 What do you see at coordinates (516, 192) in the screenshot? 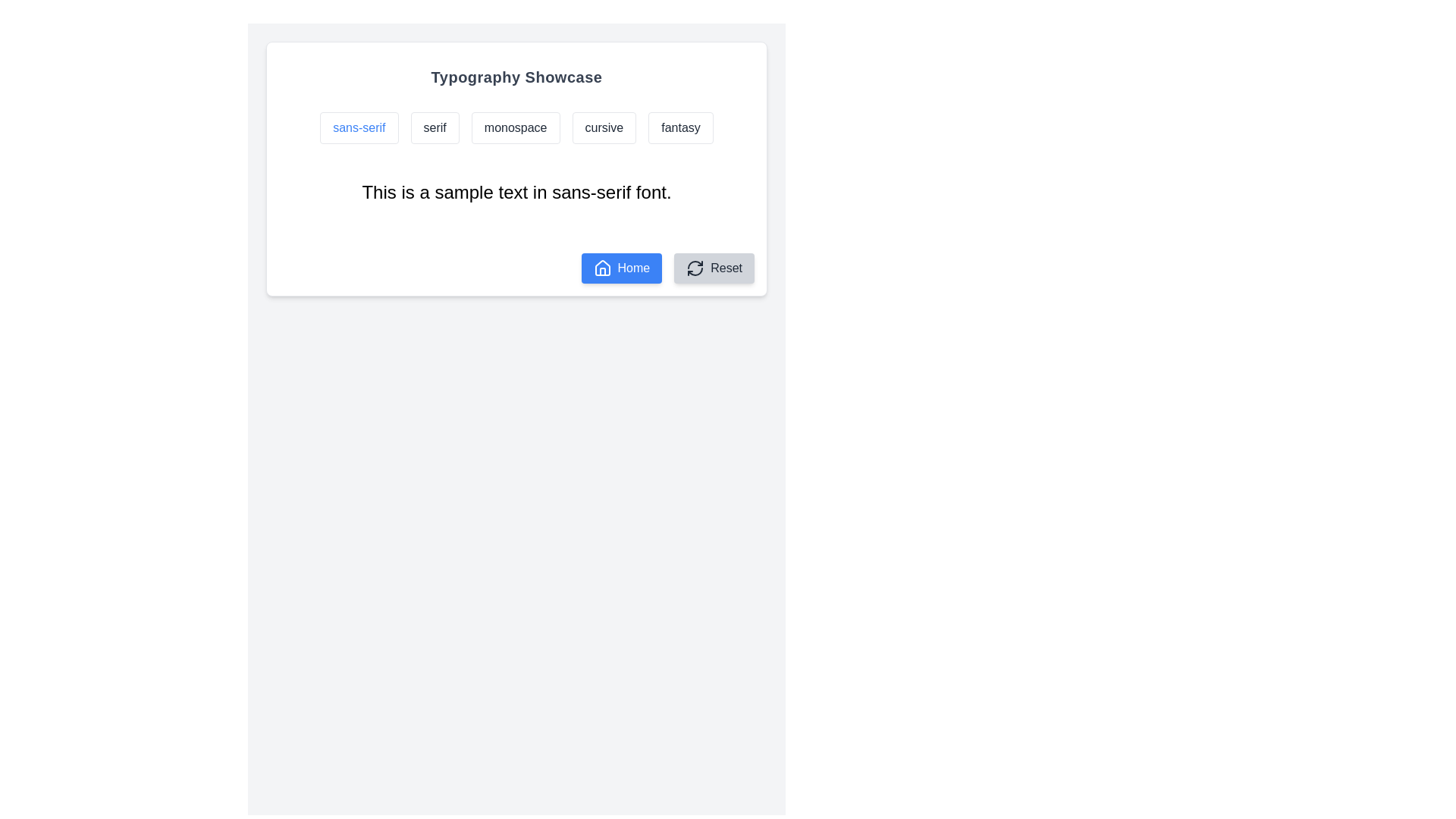
I see `the text block that displays a sample text in sans-serif font, positioned below the interactive buttons and above the Home and Reset buttons` at bounding box center [516, 192].